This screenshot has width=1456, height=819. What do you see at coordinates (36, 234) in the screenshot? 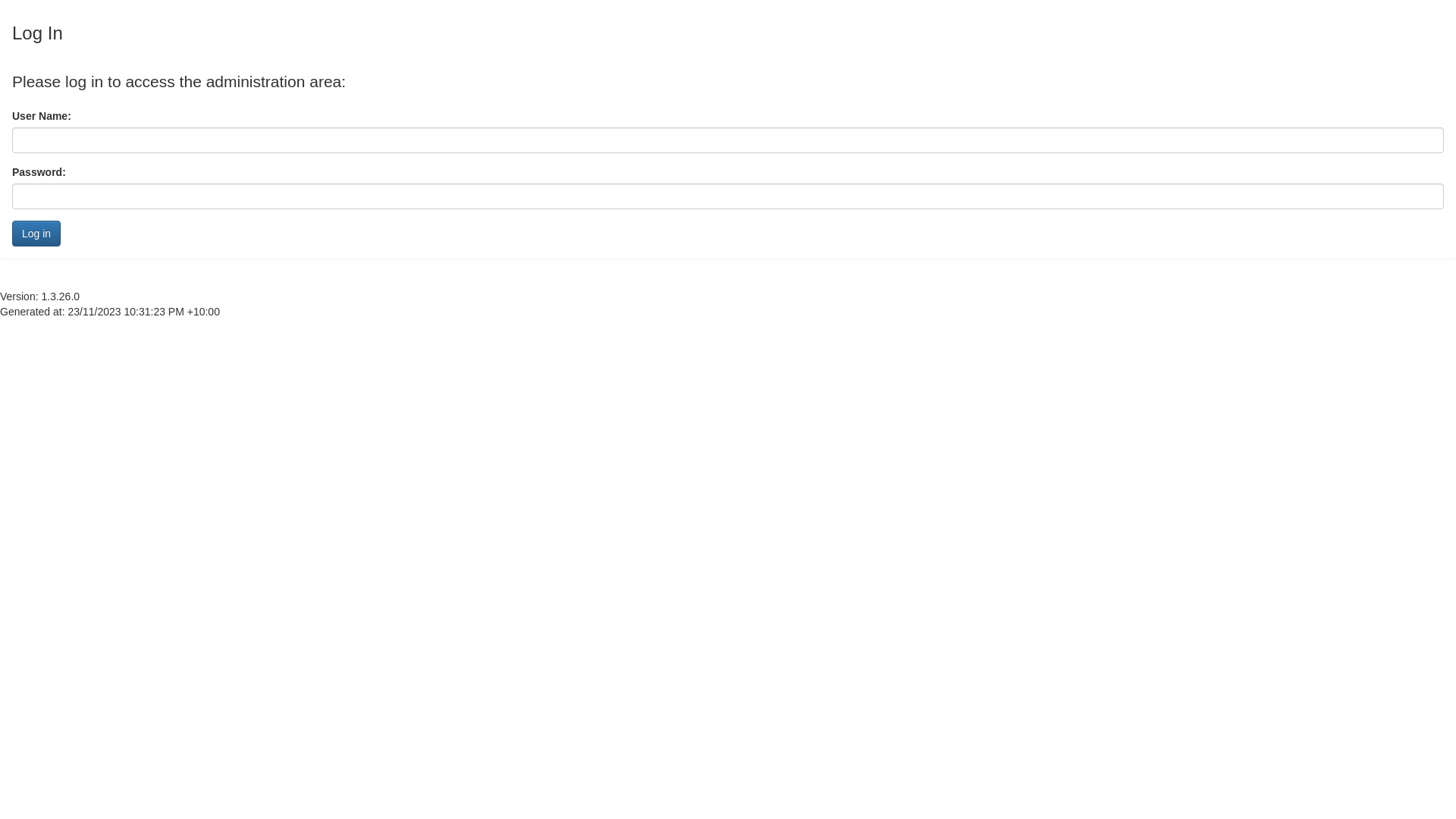
I see `'Log in'` at bounding box center [36, 234].